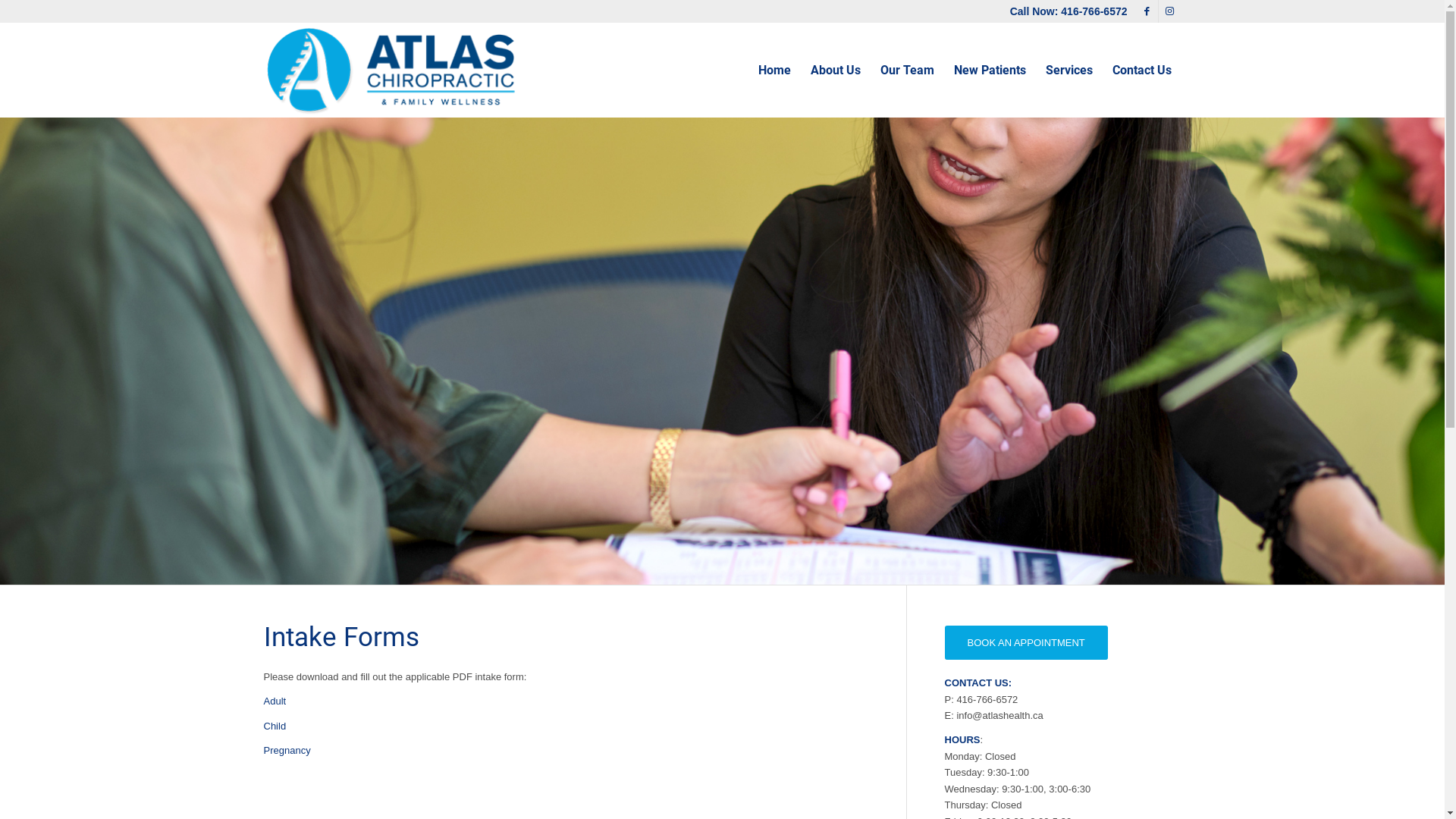  What do you see at coordinates (835, 70) in the screenshot?
I see `'About Us'` at bounding box center [835, 70].